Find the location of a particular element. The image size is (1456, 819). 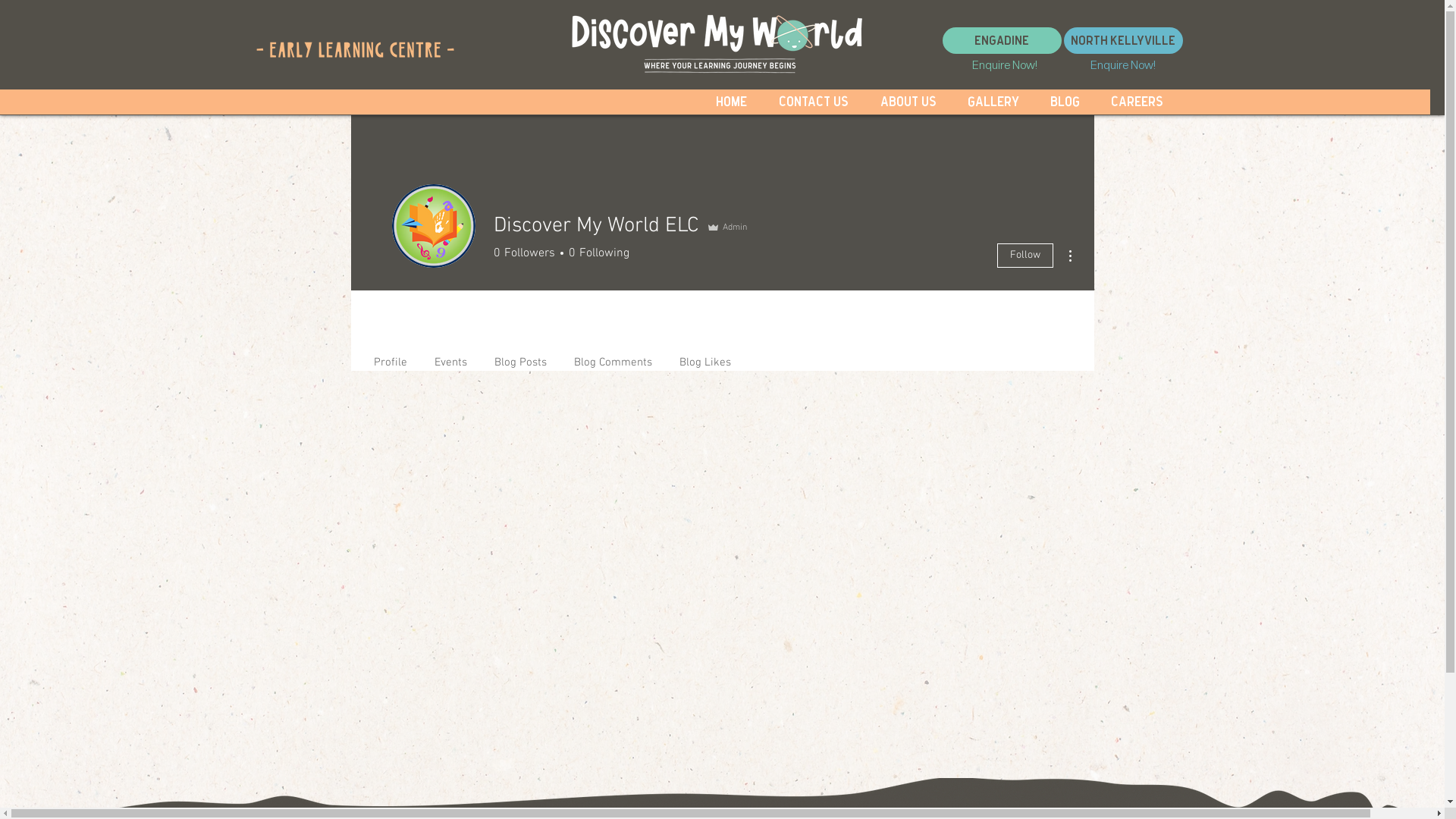

'Enquire Now!' is located at coordinates (1123, 63).